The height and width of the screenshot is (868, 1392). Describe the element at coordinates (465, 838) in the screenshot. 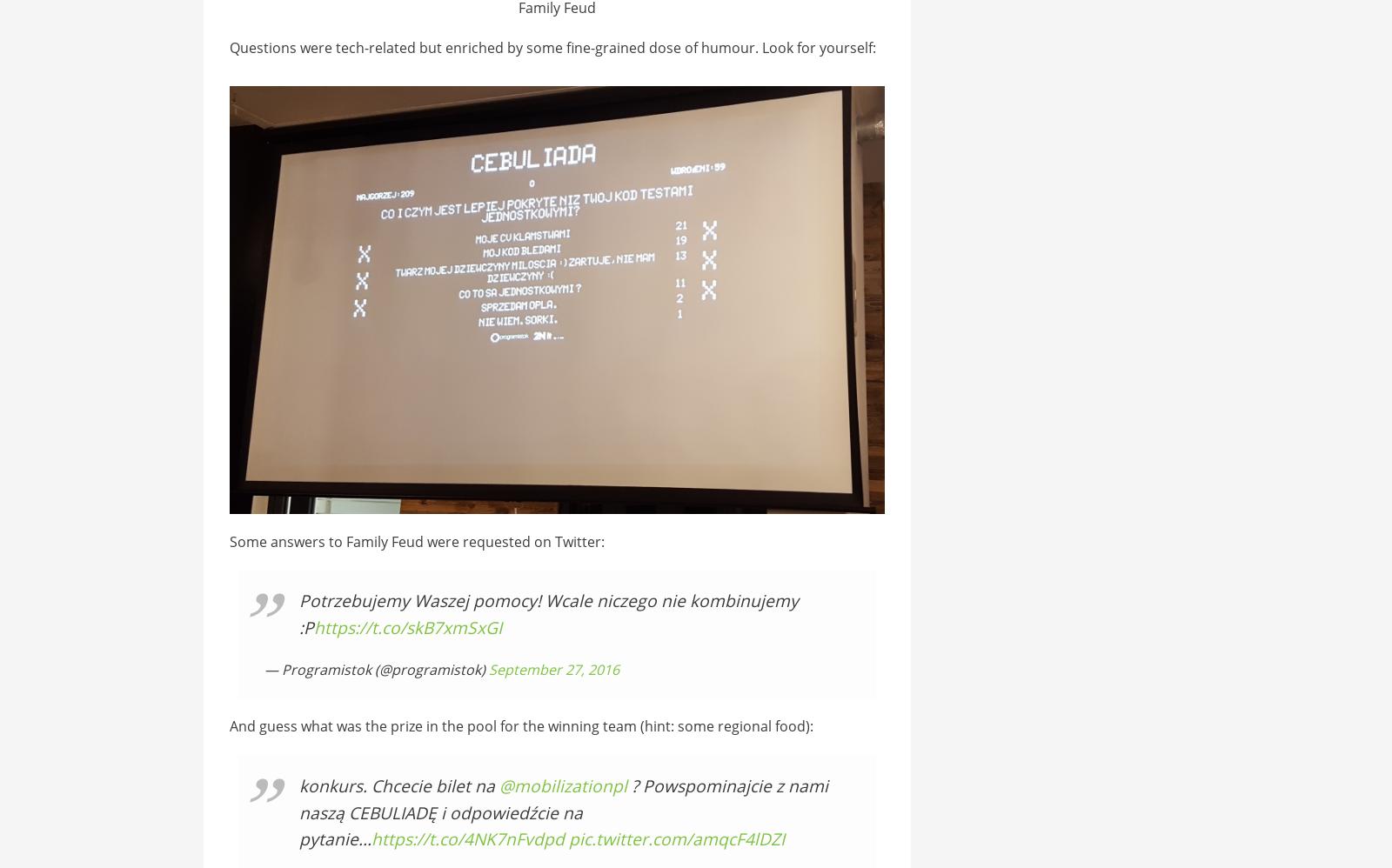

I see `'https://t.co/4NK7nFvdpd'` at that location.